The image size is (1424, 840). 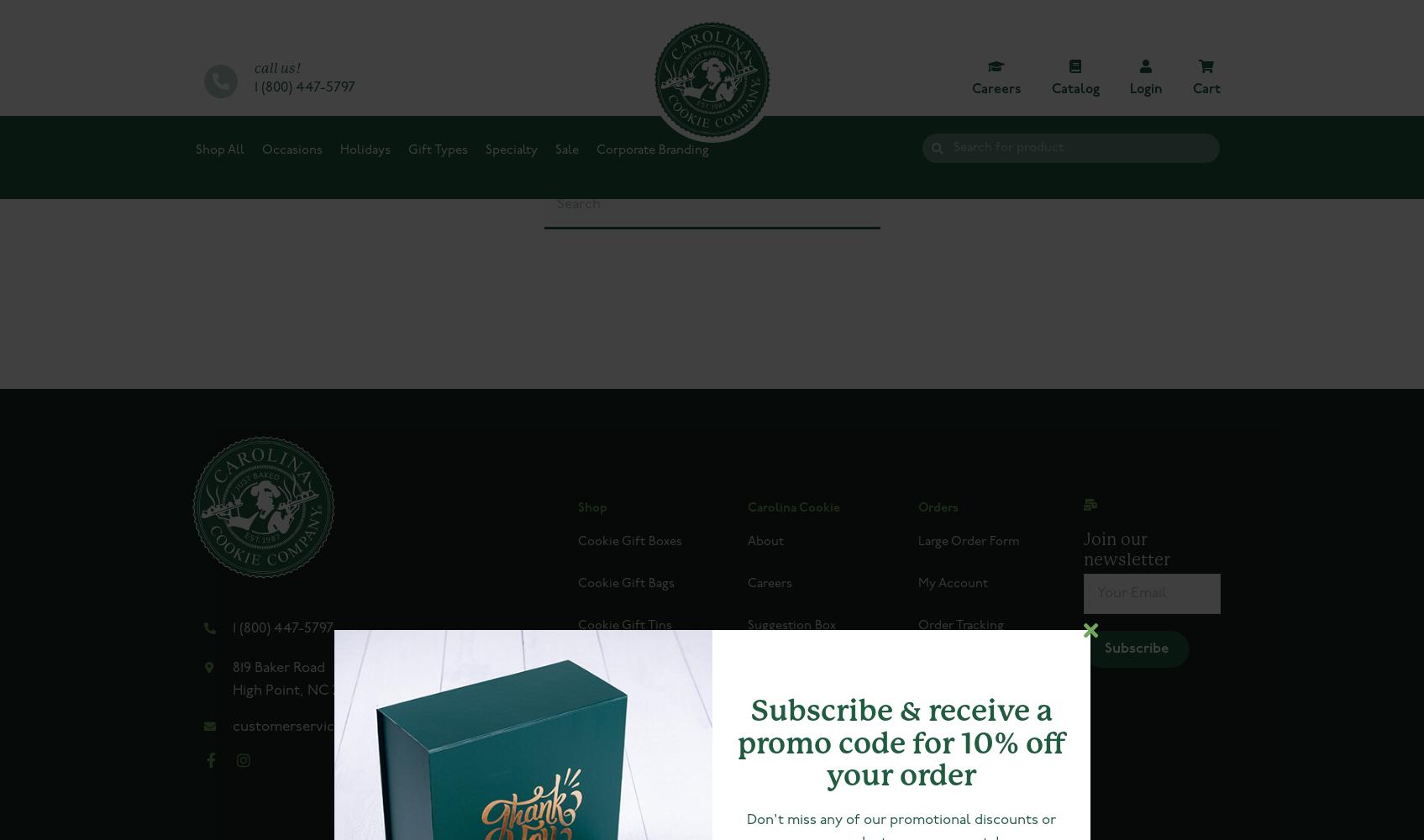 I want to click on 'Order Tracking', so click(x=959, y=625).